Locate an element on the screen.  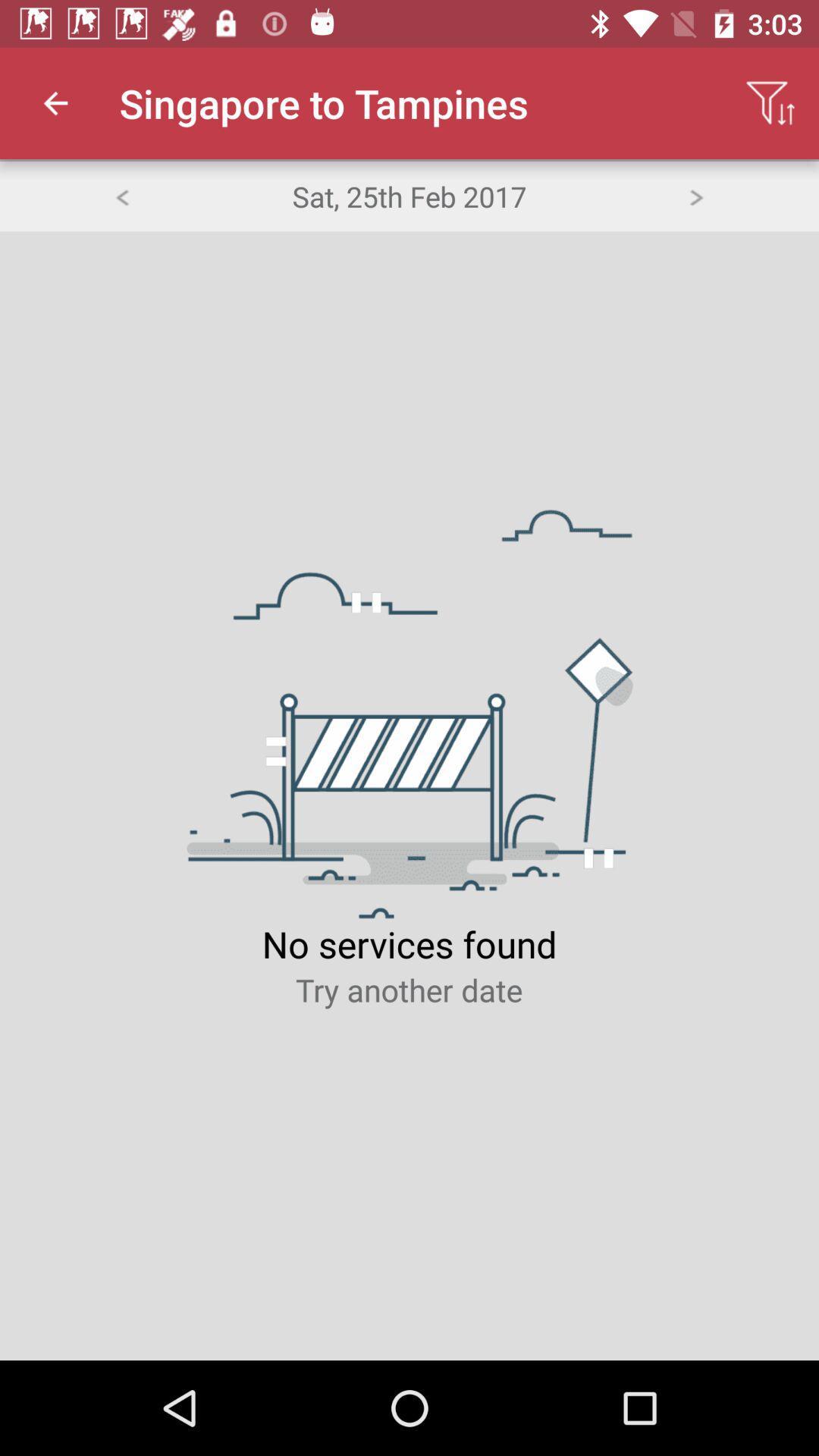
go back is located at coordinates (121, 195).